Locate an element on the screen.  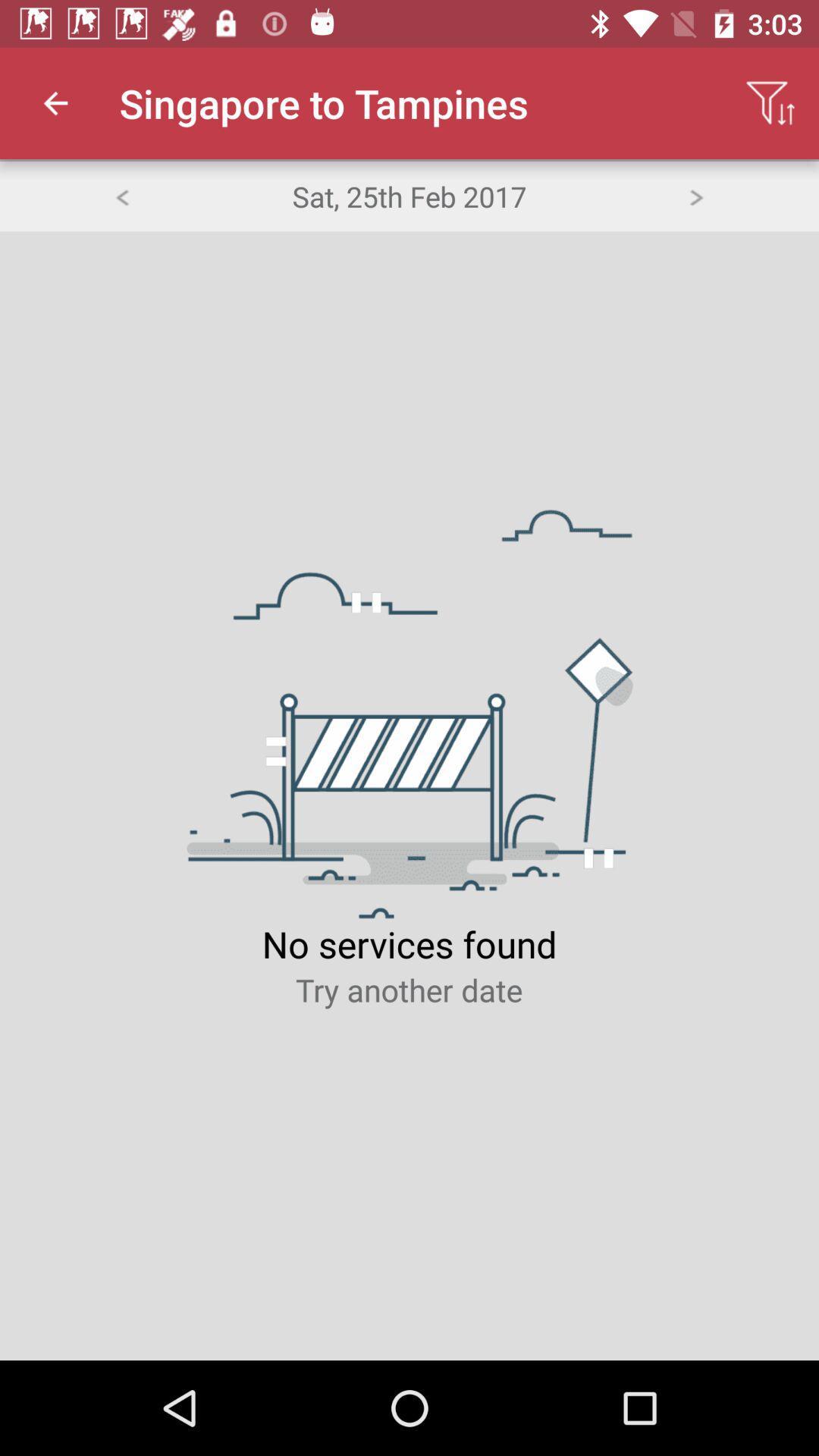
go back is located at coordinates (121, 195).